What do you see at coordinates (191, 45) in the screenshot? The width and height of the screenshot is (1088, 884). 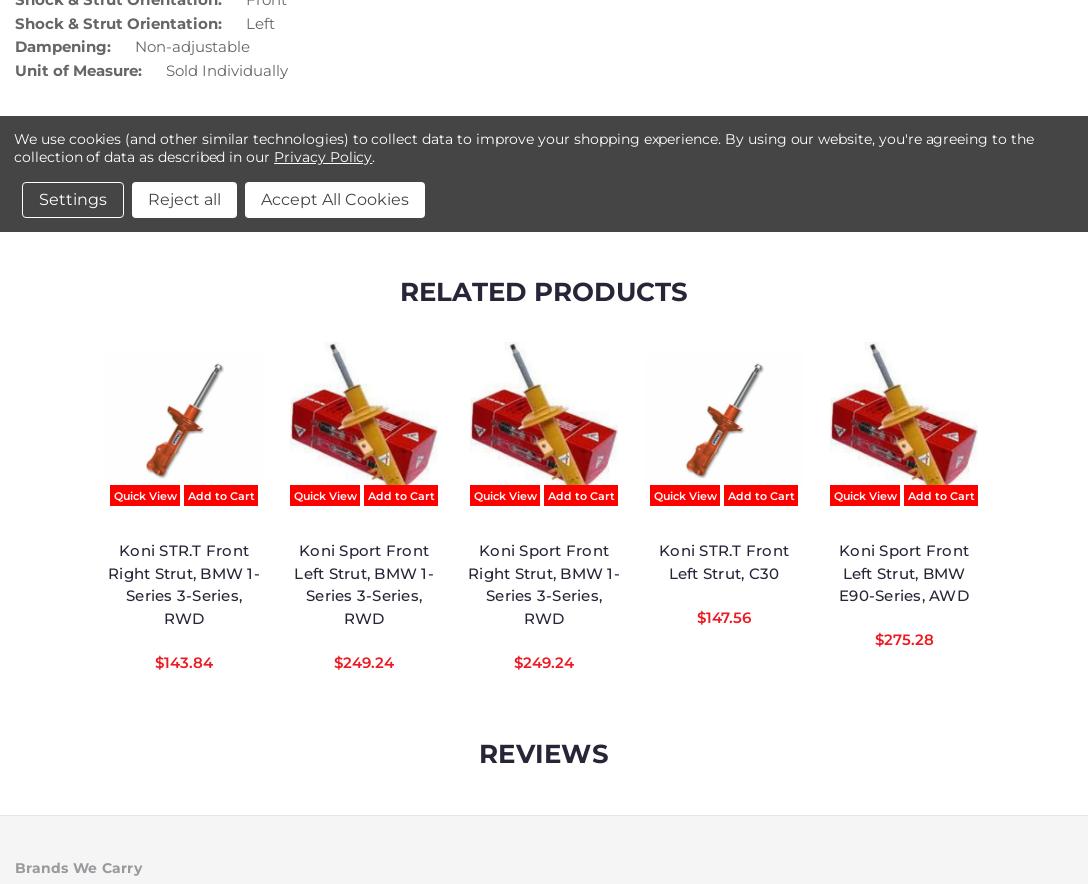 I see `'Non-adjustable'` at bounding box center [191, 45].